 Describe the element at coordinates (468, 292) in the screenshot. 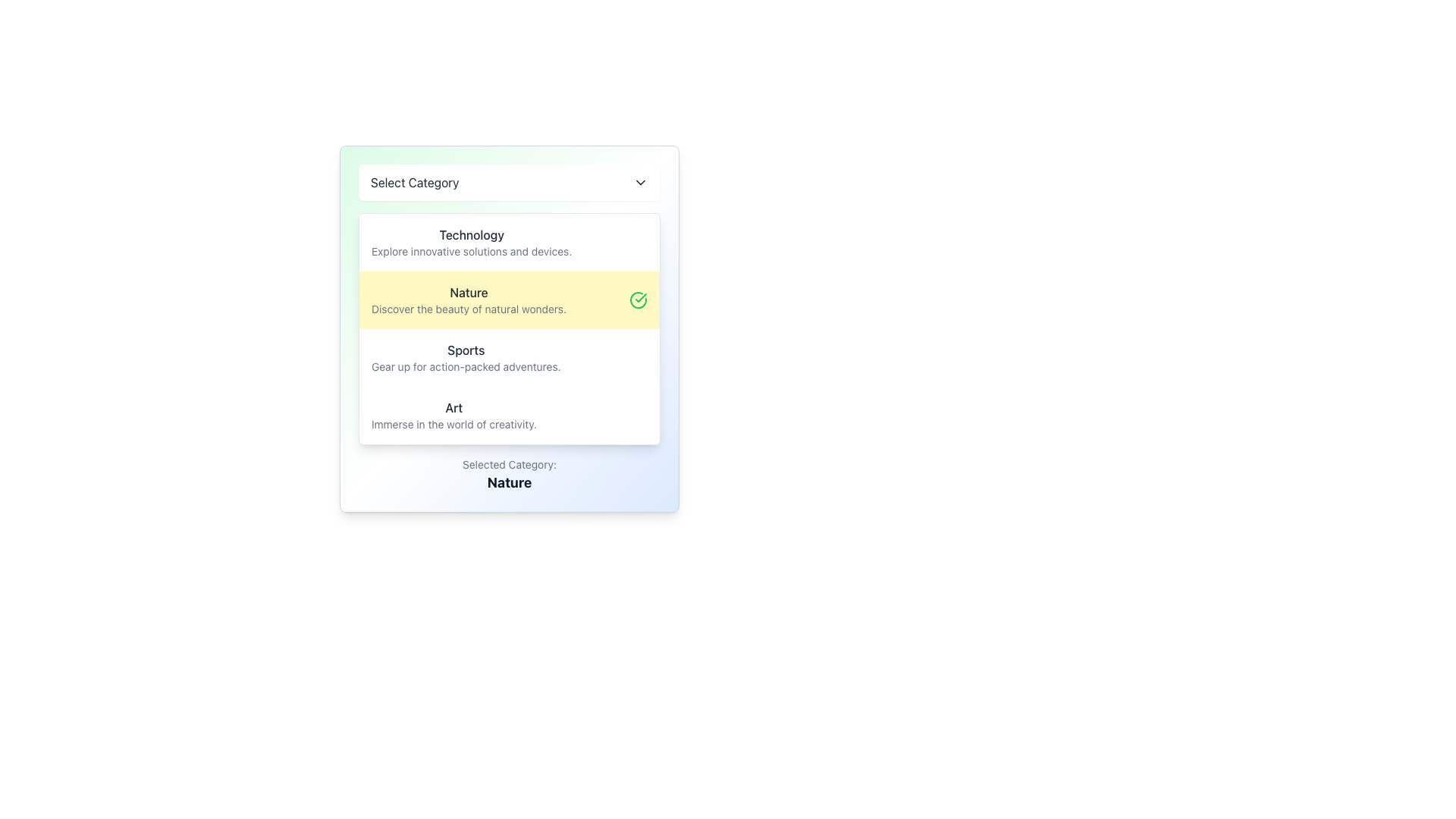

I see `the text label displaying 'Nature' in bold, dark gray font within the dropdown menu under 'Select Category'` at that location.